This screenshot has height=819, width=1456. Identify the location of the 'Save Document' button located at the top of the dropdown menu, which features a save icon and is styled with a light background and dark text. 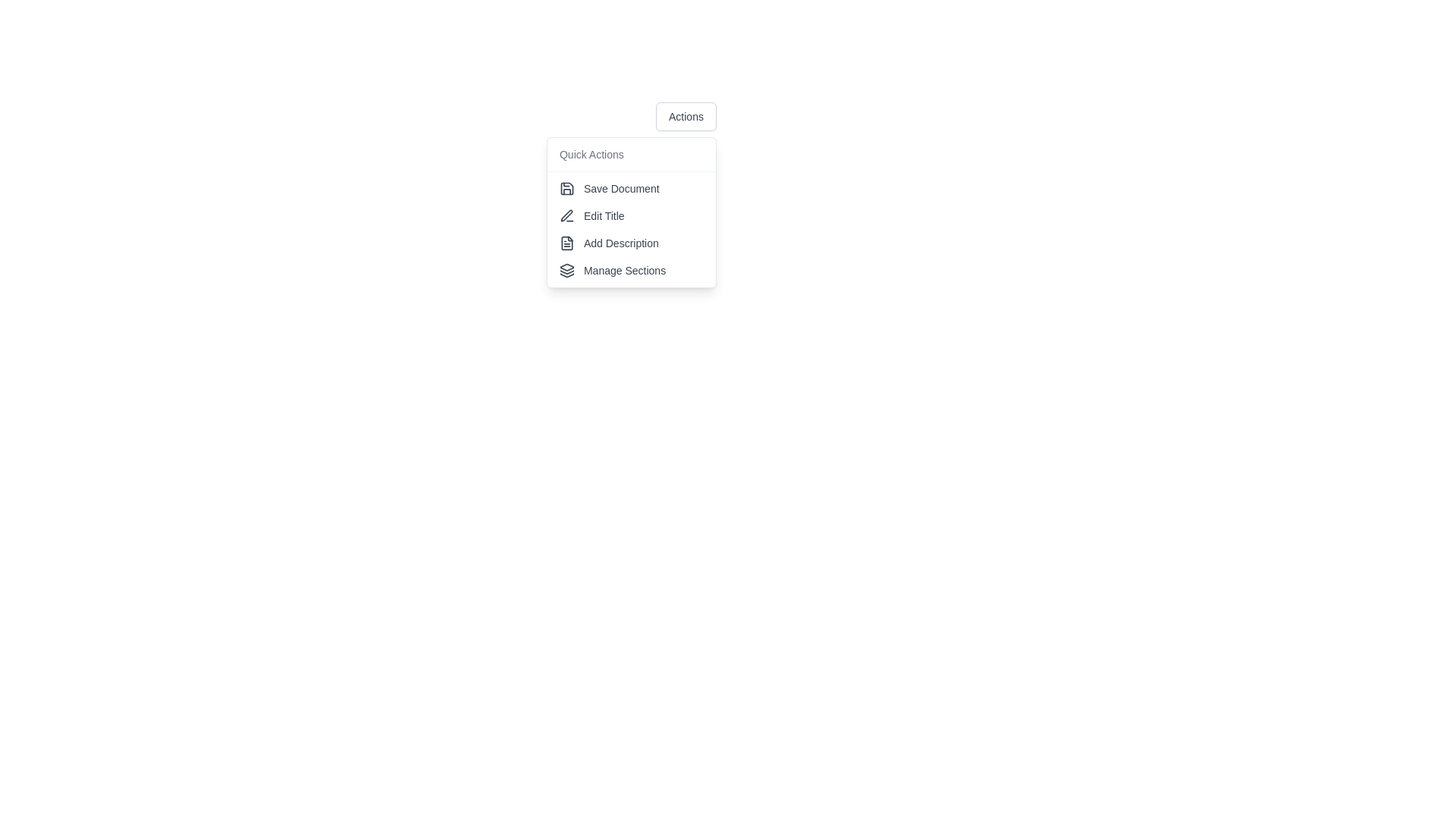
(631, 188).